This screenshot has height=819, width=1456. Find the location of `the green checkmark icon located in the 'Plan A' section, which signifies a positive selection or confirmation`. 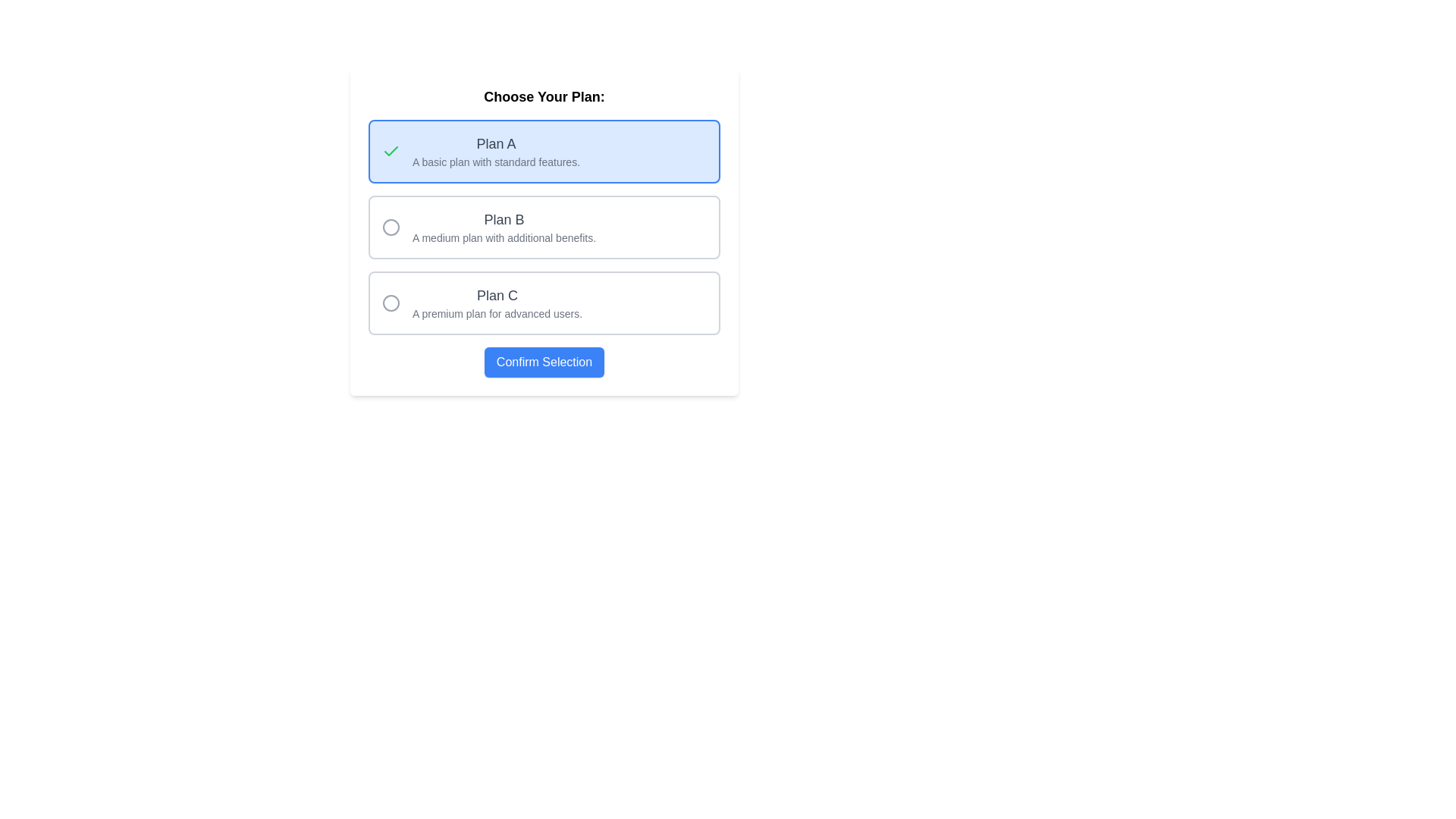

the green checkmark icon located in the 'Plan A' section, which signifies a positive selection or confirmation is located at coordinates (391, 152).